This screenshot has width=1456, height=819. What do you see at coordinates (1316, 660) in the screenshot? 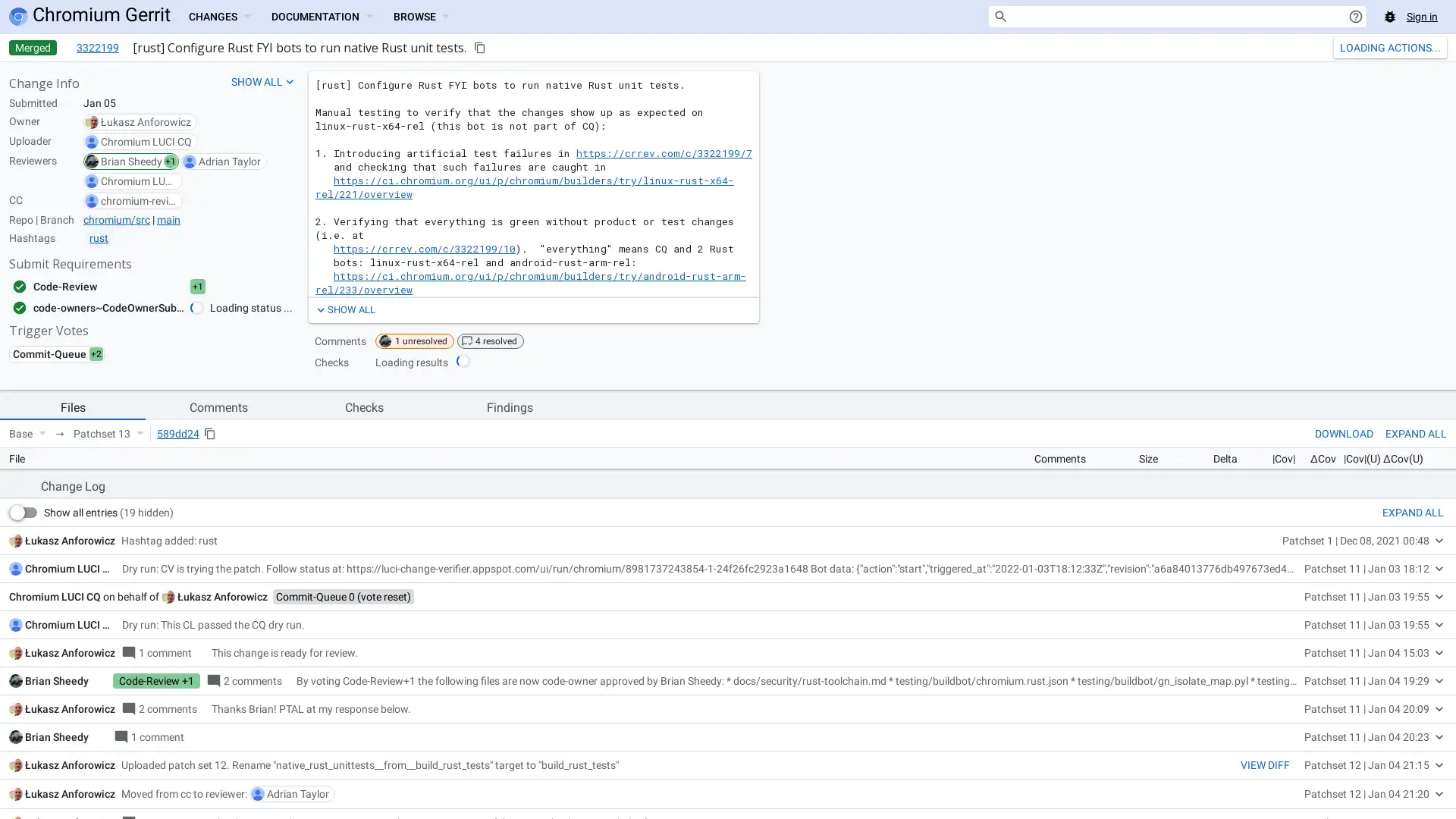
I see `INTERNAL` at bounding box center [1316, 660].